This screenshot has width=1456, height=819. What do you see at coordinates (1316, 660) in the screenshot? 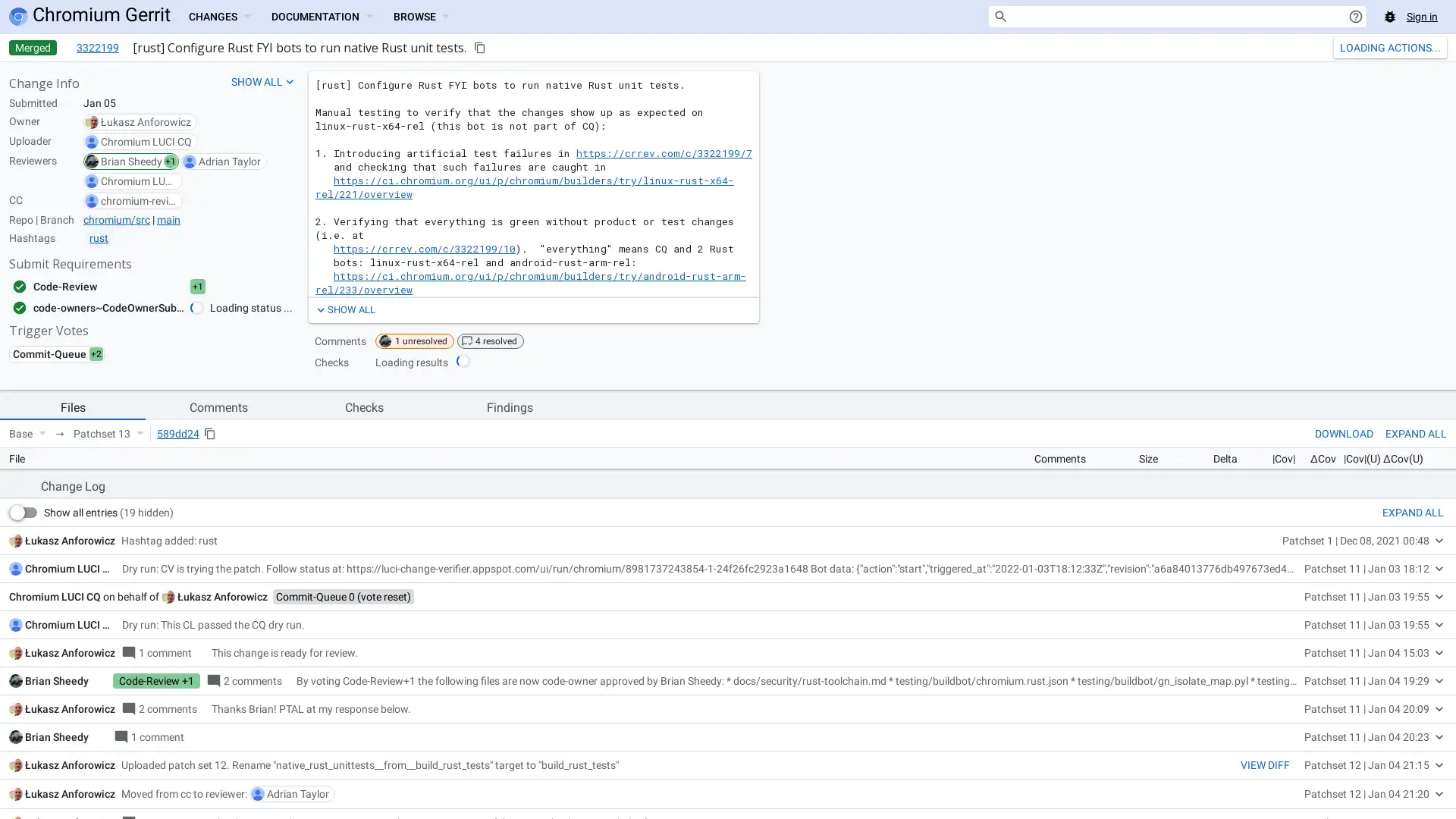
I see `INTERNAL` at bounding box center [1316, 660].